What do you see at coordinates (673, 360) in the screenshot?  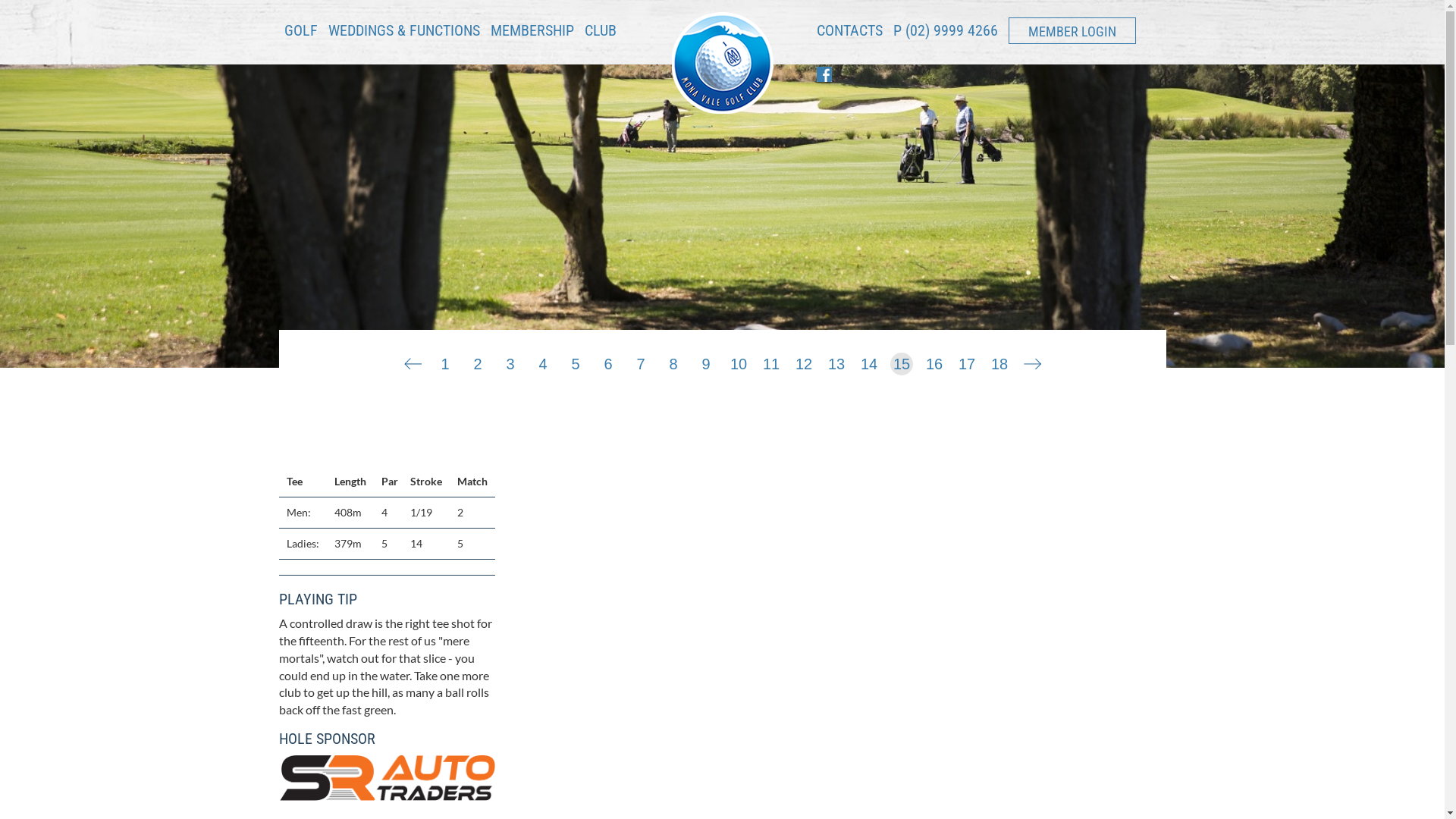 I see `'8'` at bounding box center [673, 360].